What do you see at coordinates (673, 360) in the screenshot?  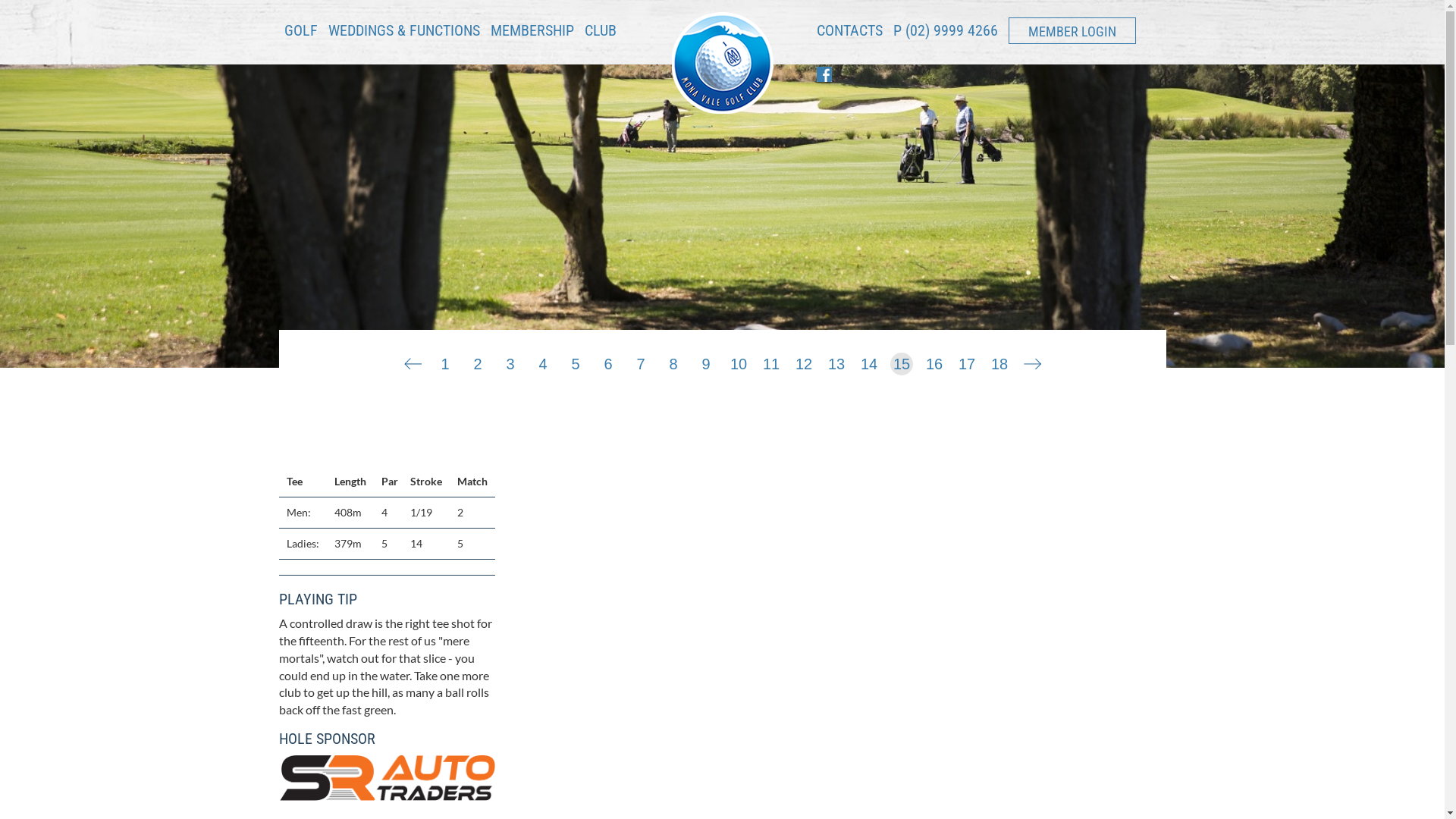 I see `'8'` at bounding box center [673, 360].